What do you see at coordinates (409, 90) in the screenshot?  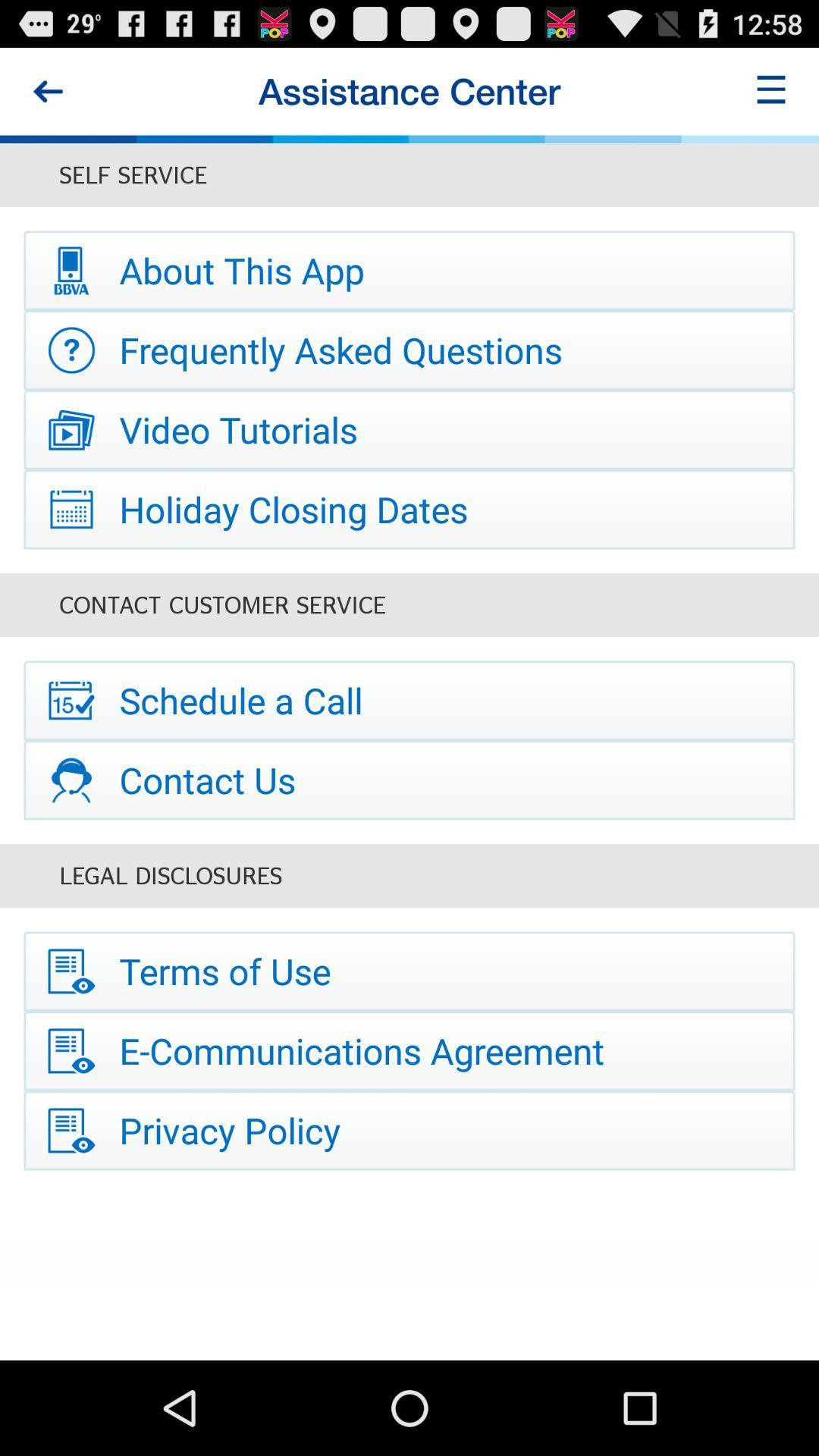 I see `the assistance center item` at bounding box center [409, 90].